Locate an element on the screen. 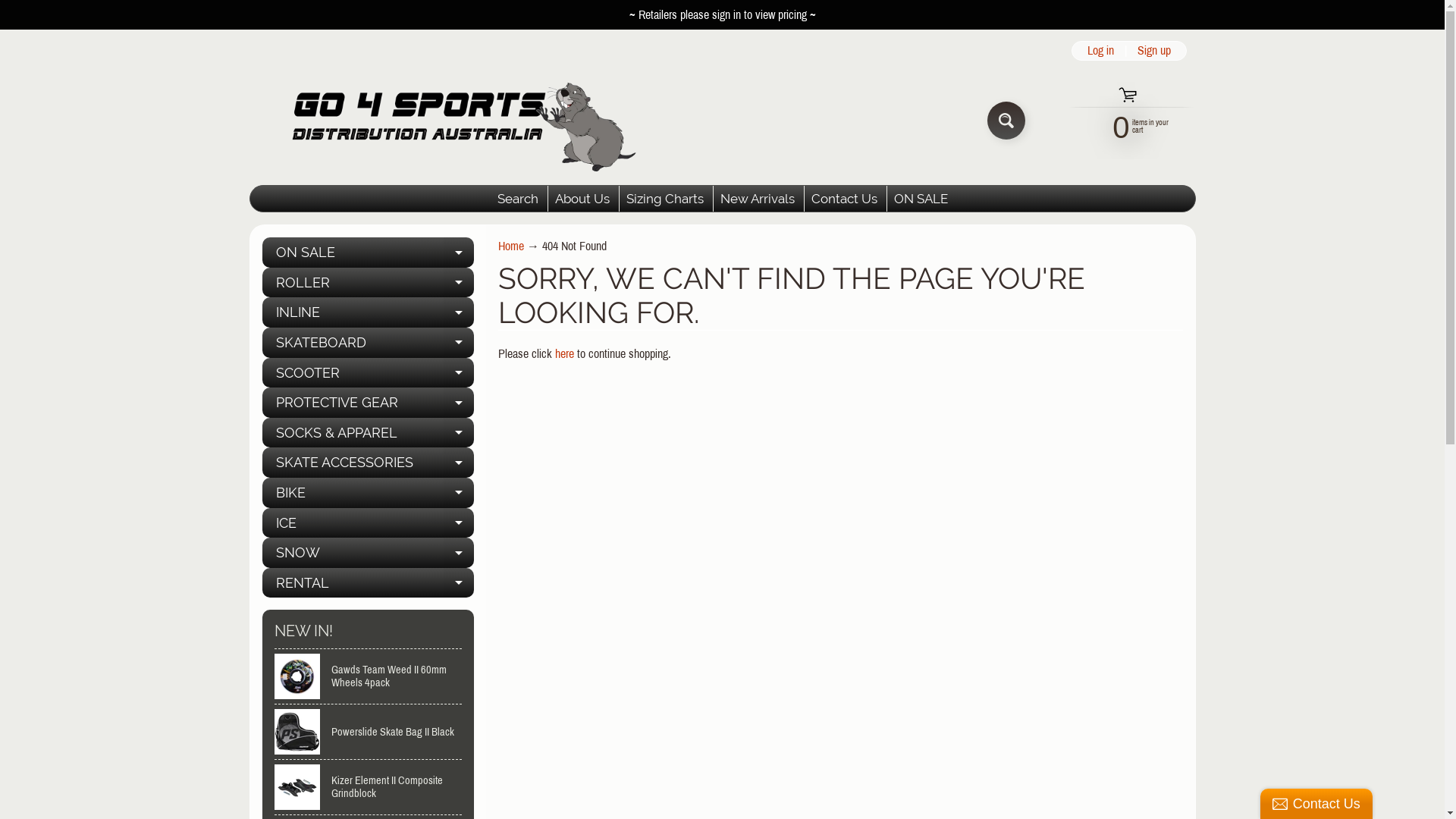  'Kizer Element II Composite Grindblock' is located at coordinates (368, 786).